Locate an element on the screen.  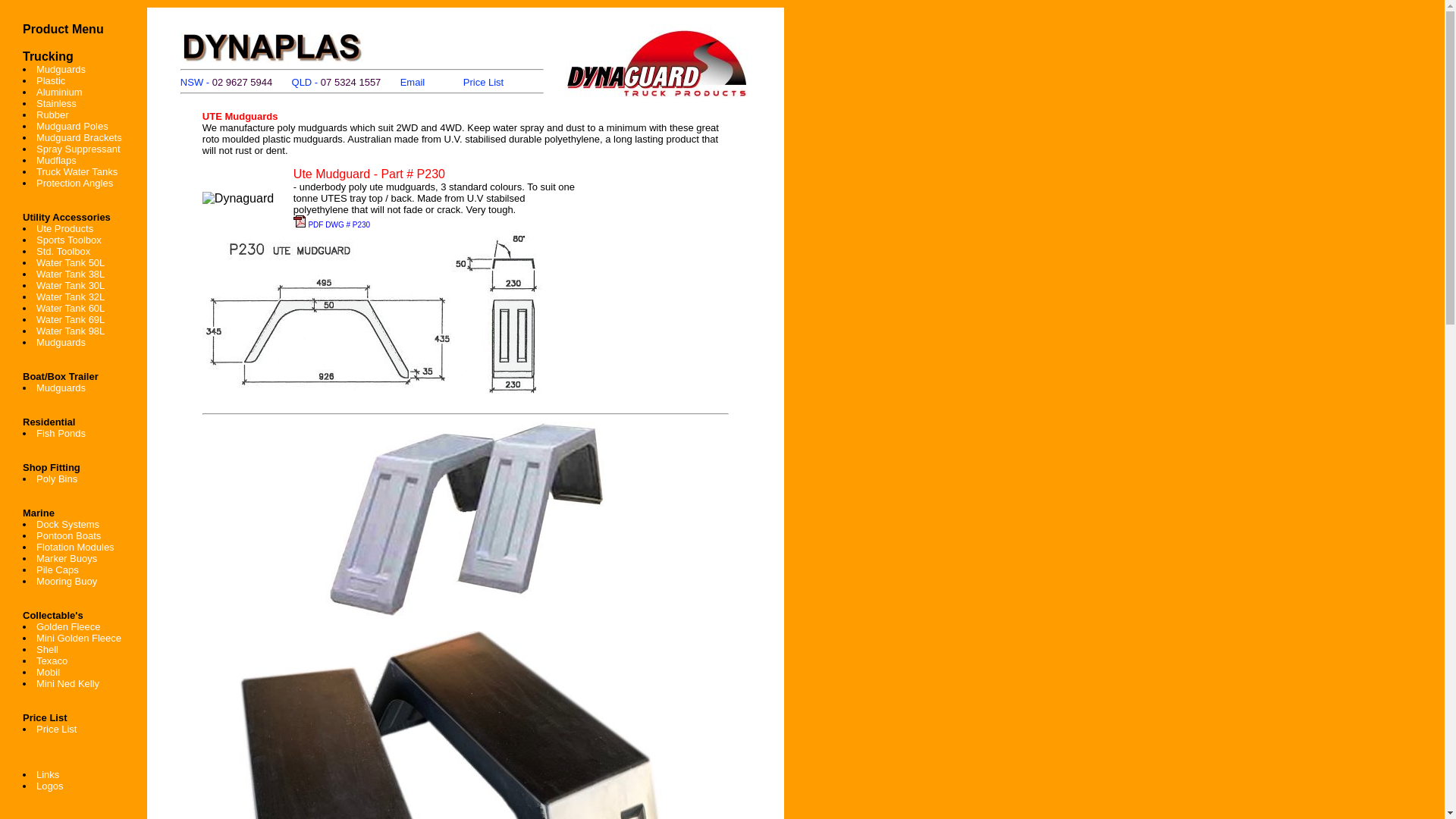
'Pile Caps' is located at coordinates (58, 570).